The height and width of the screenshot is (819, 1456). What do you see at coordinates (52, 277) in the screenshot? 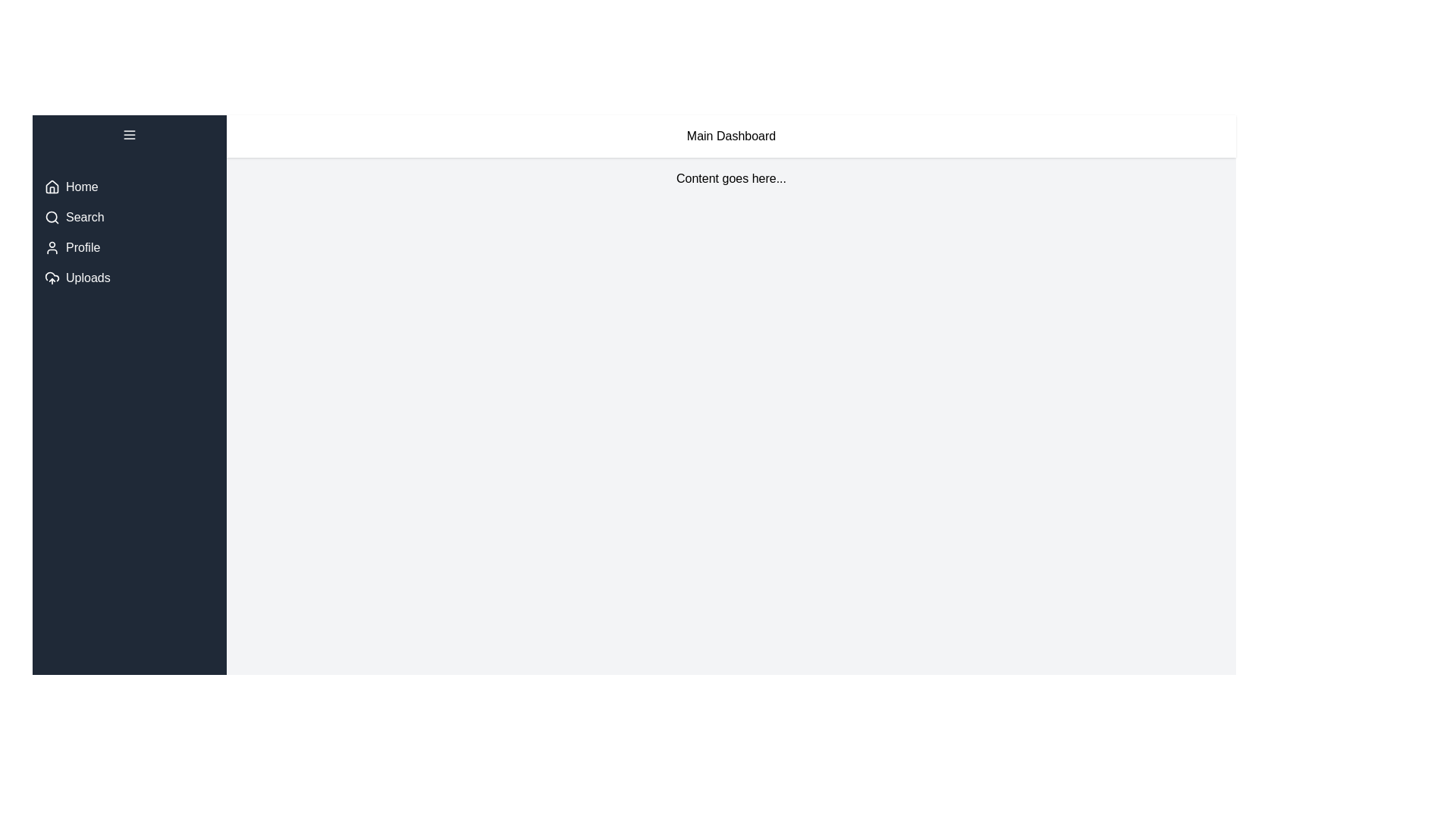
I see `SVG properties of the 'Upload' functionality represented by the cloud graphic in the vertical navigation bar` at bounding box center [52, 277].